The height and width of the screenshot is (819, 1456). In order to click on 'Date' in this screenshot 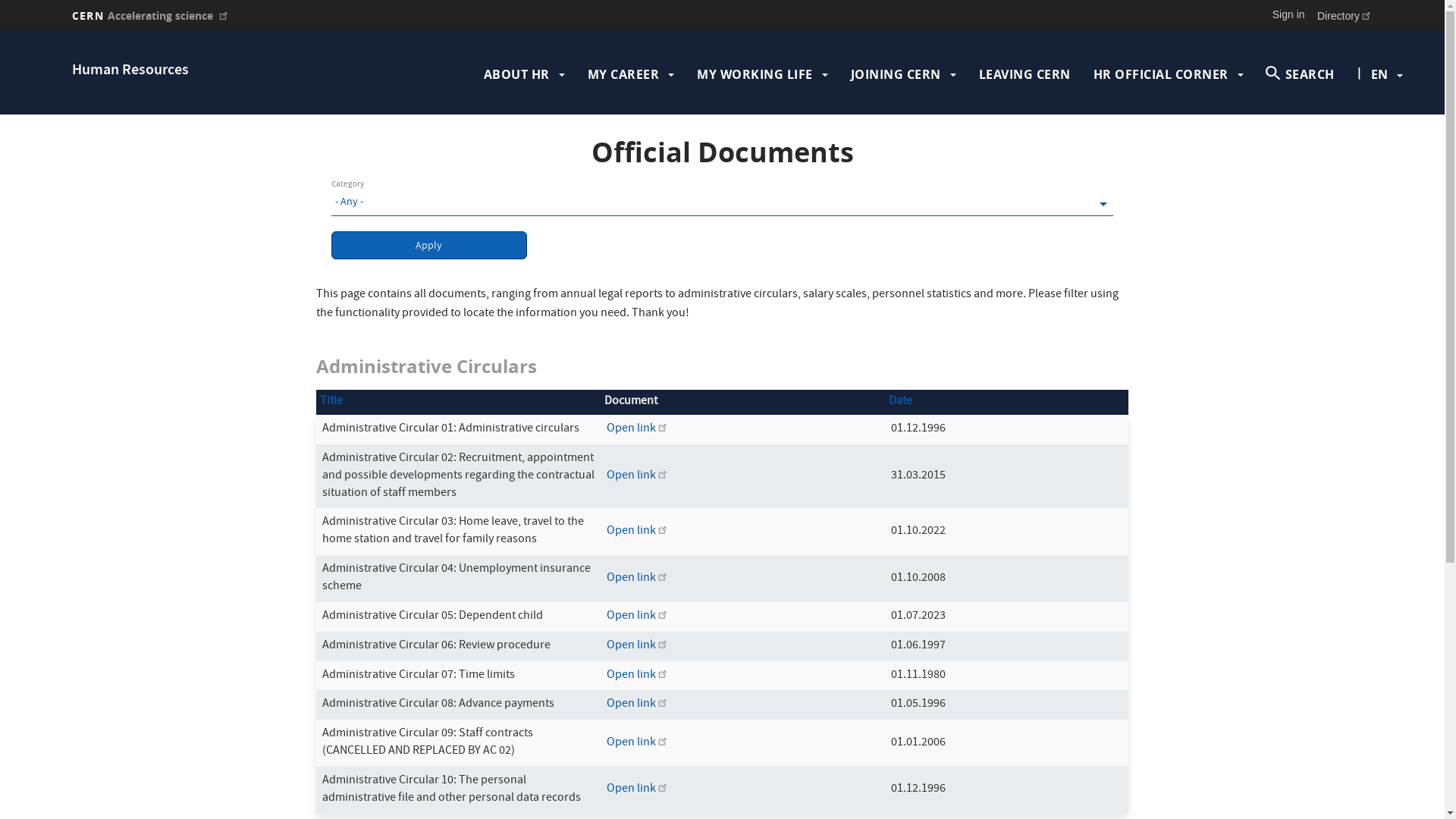, I will do `click(900, 400)`.